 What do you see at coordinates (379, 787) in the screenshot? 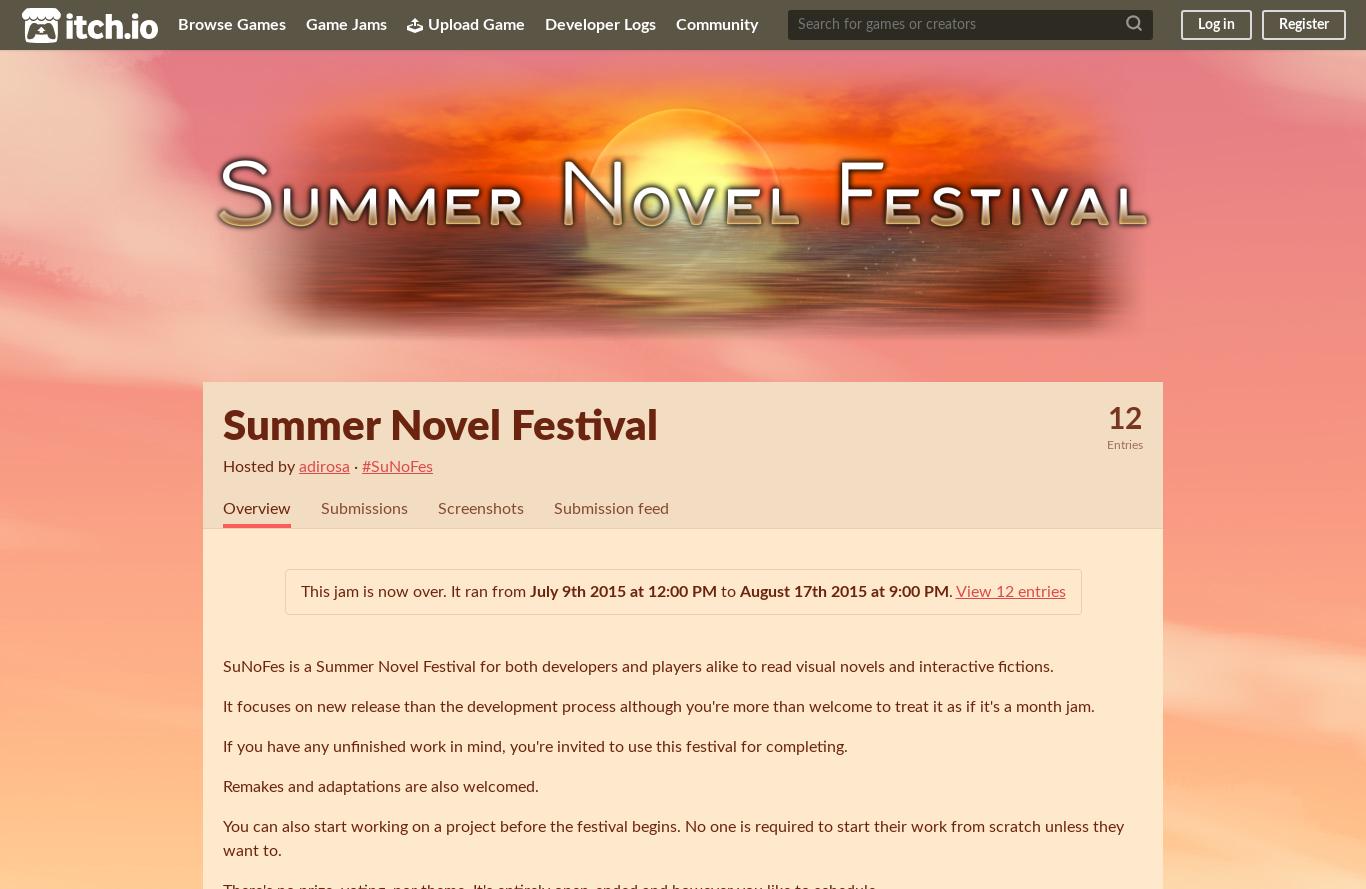
I see `'Remakes and adaptations are also welcomed.'` at bounding box center [379, 787].